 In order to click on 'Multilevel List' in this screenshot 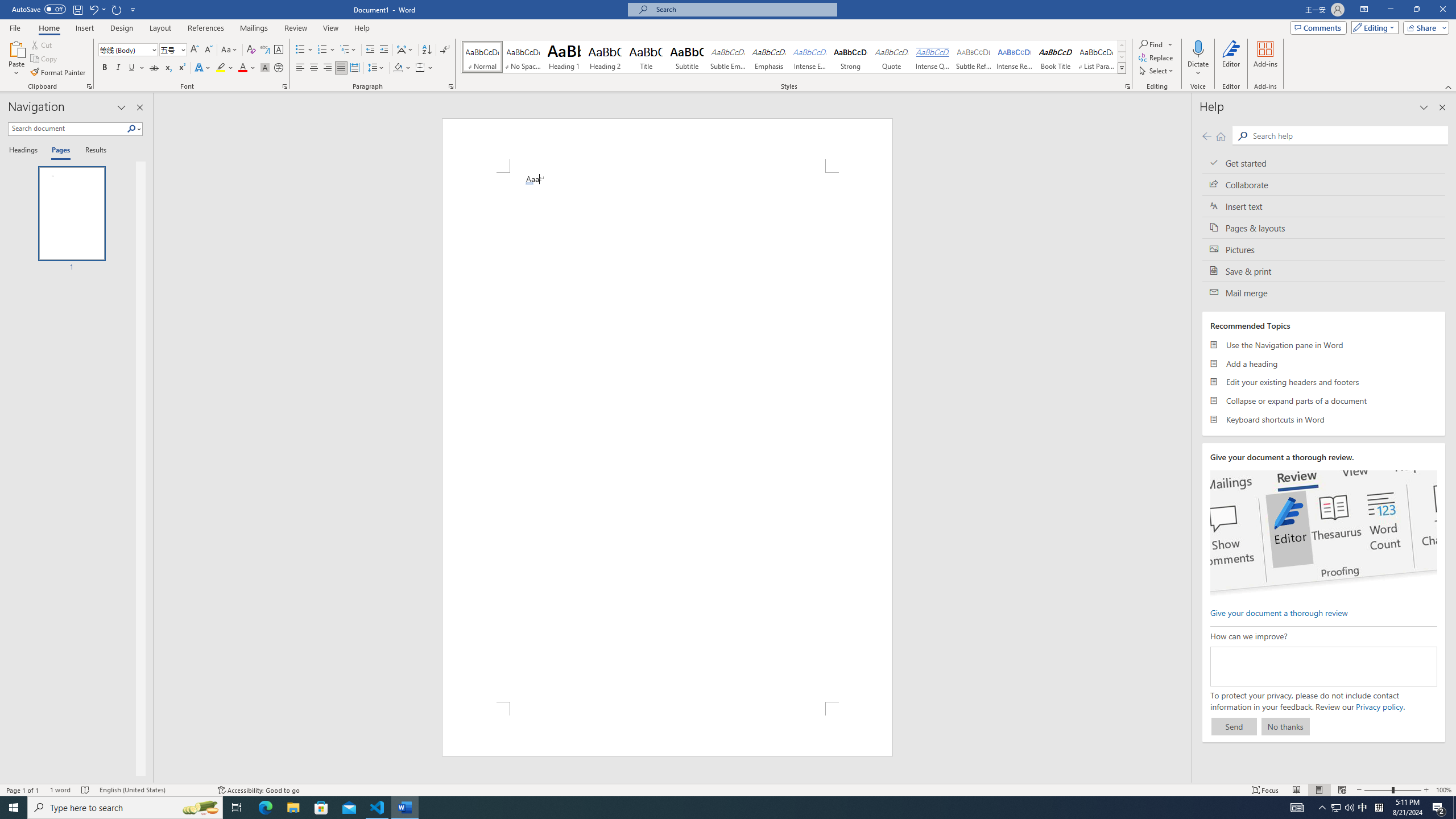, I will do `click(348, 49)`.